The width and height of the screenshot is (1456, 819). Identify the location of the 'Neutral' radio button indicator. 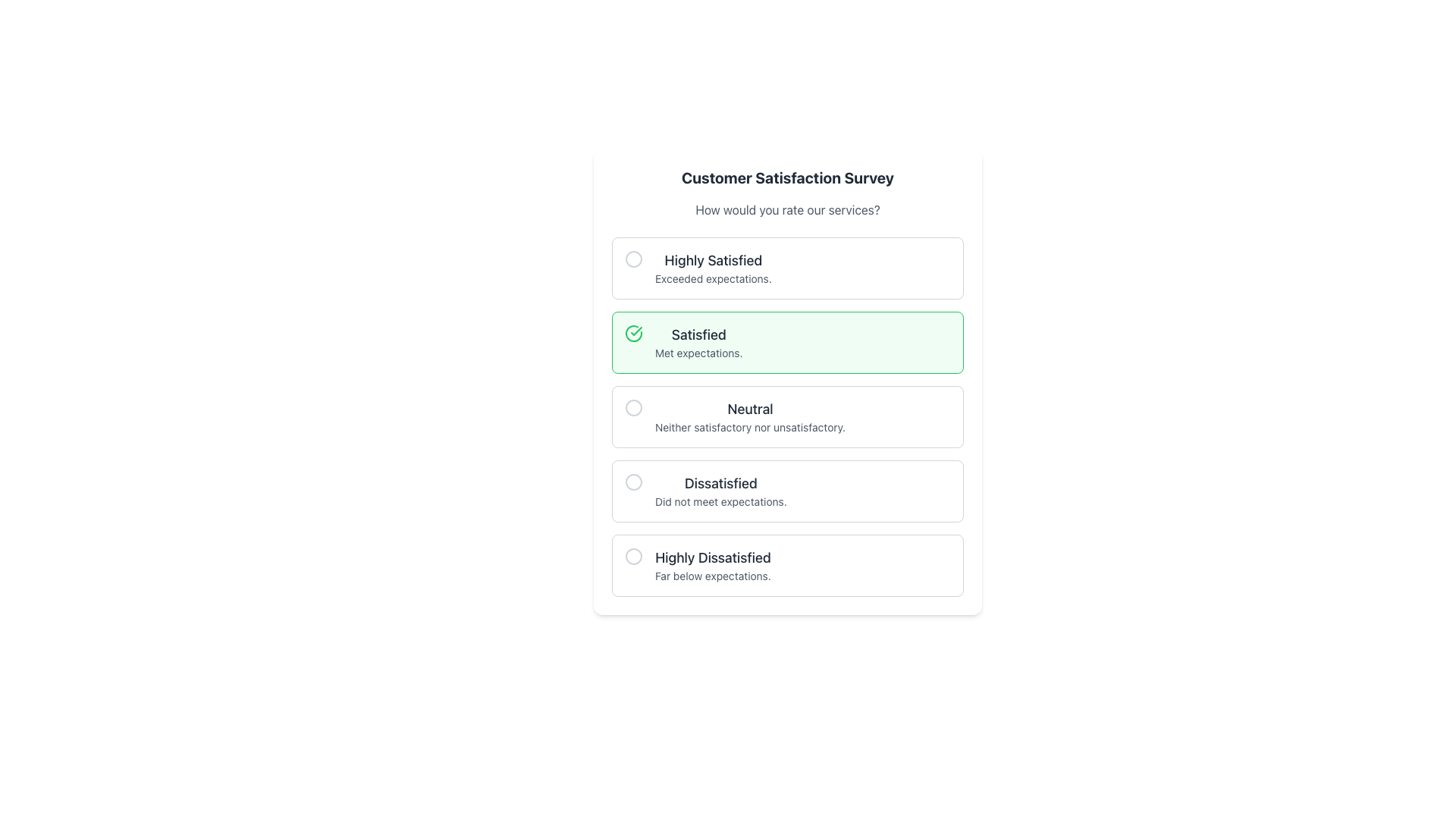
(633, 406).